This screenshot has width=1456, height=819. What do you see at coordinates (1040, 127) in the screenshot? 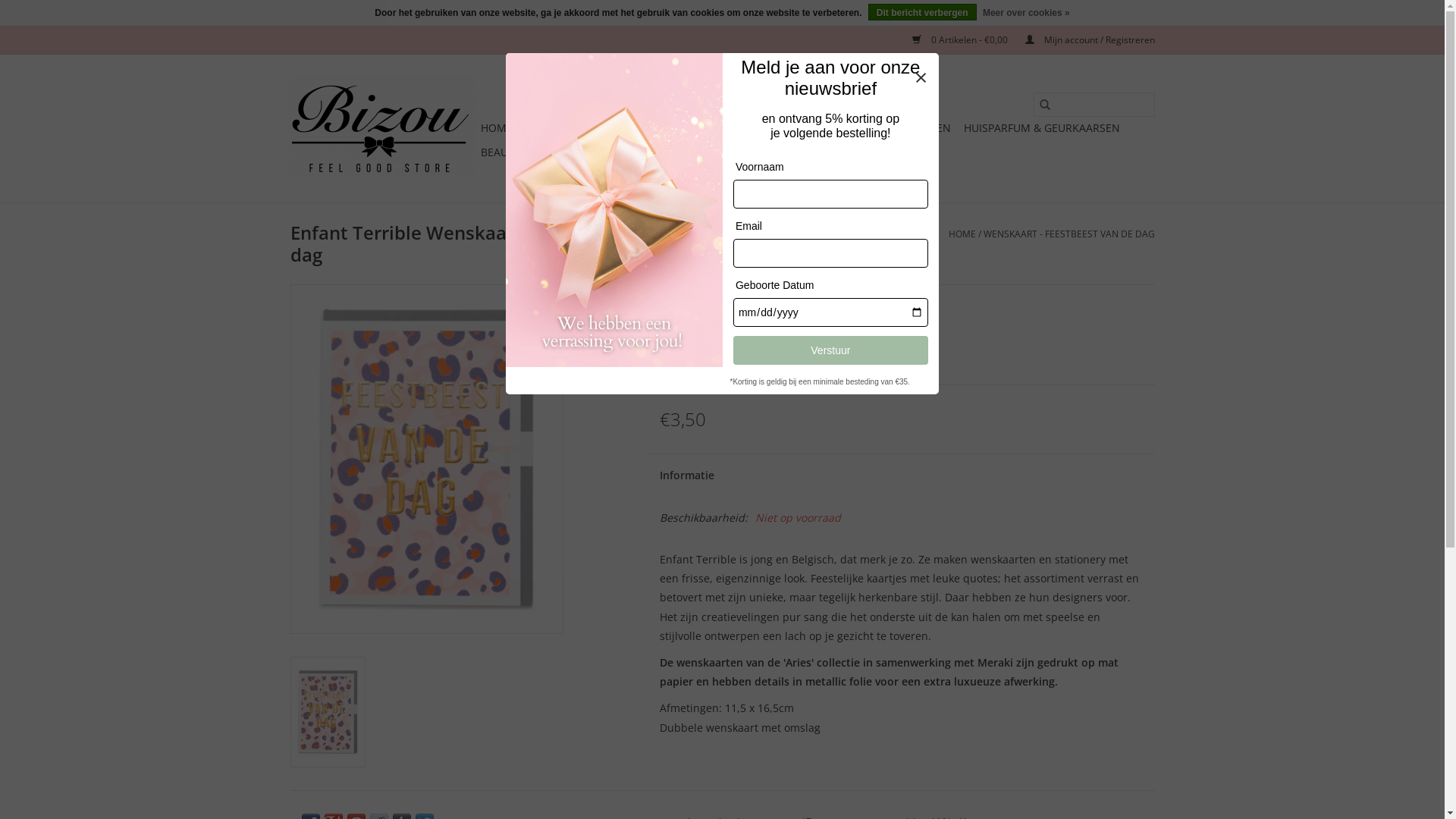
I see `'HUISPARFUM & GEURKAARSEN'` at bounding box center [1040, 127].